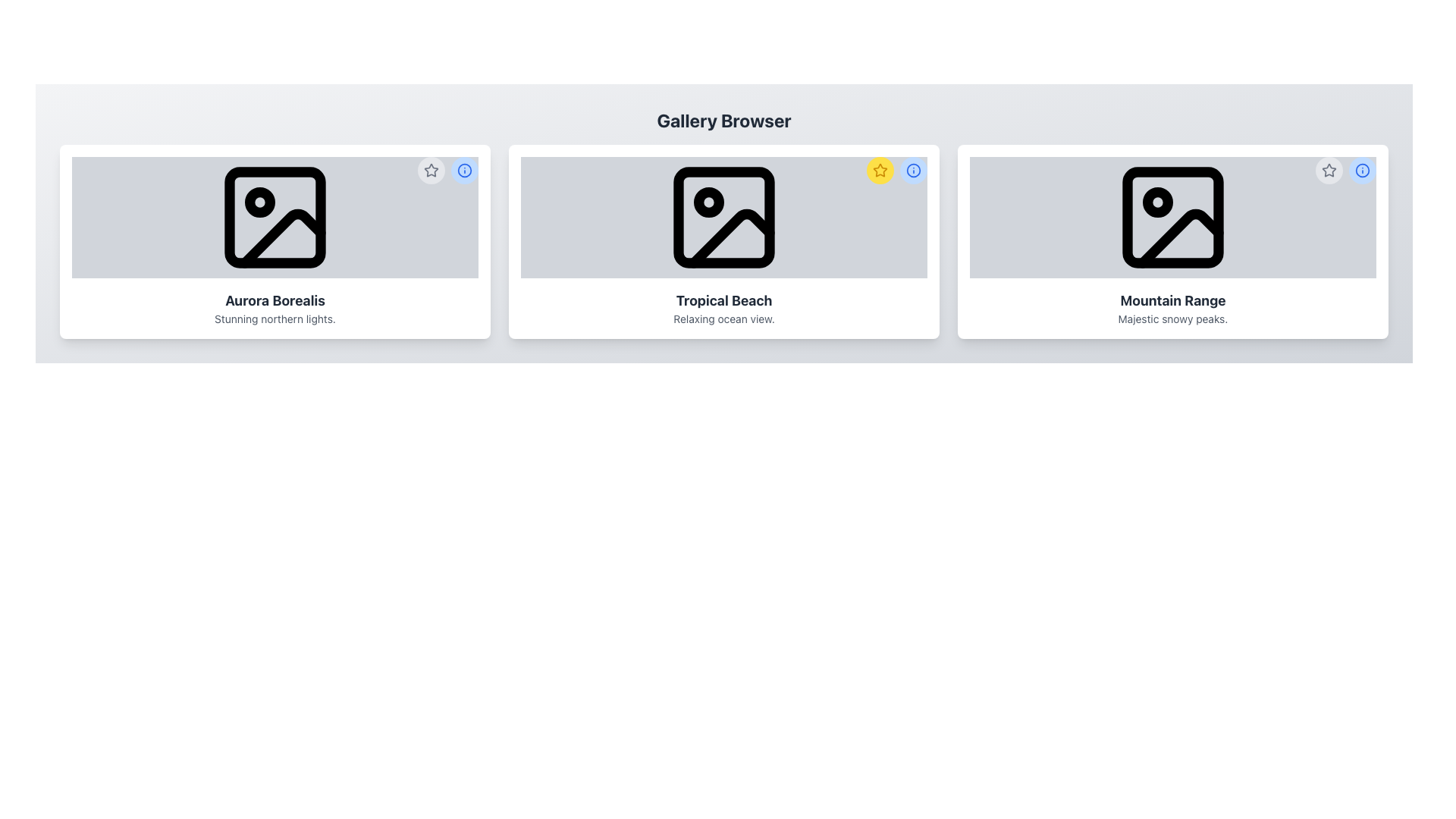  I want to click on the interactive button or icon located at the top-right corner of the 'Tropical Beach' card, so click(912, 170).